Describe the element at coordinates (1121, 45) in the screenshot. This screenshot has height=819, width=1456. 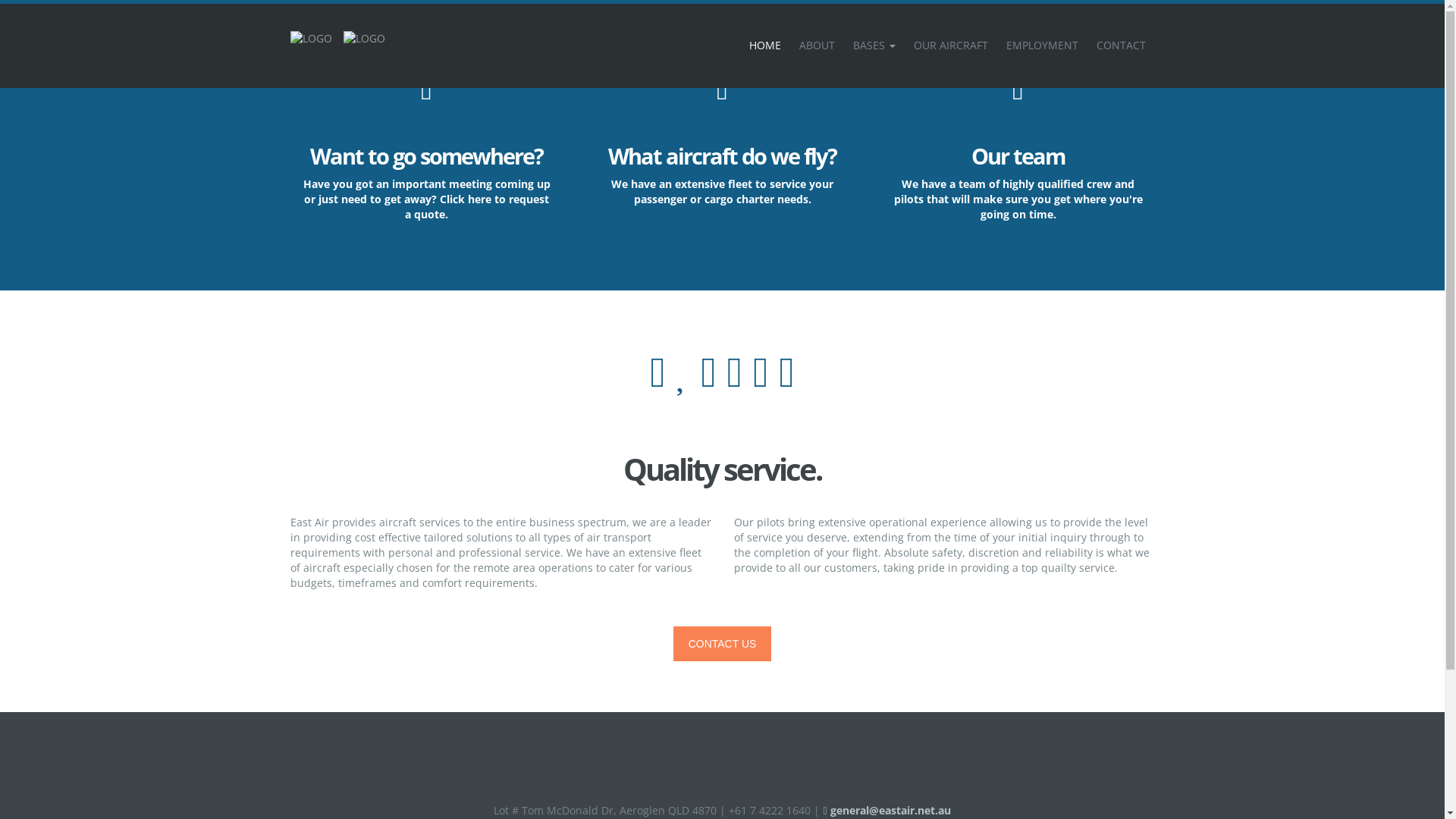
I see `'CONTACT'` at that location.